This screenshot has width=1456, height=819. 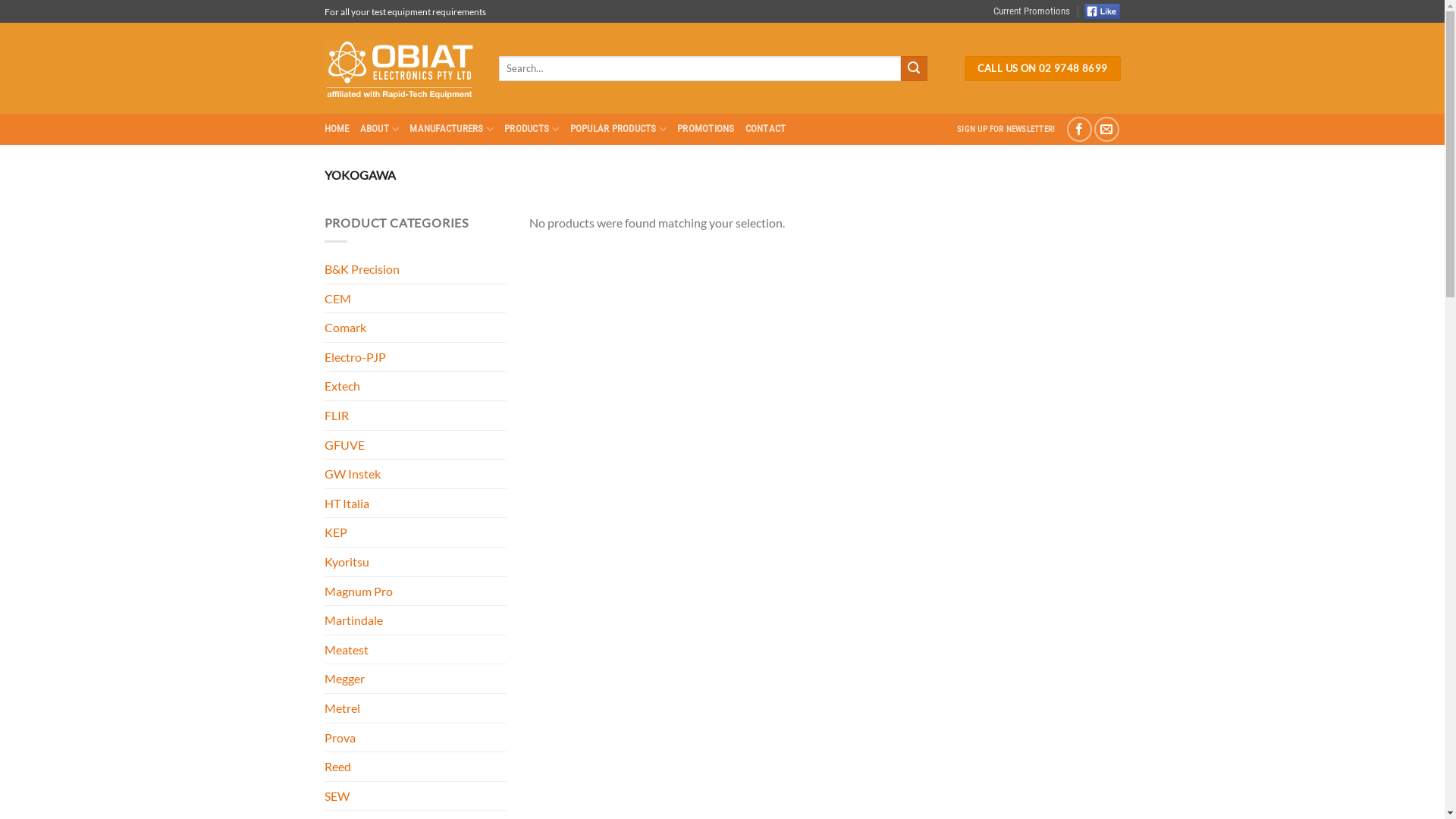 I want to click on 'Send us an email', so click(x=1106, y=128).